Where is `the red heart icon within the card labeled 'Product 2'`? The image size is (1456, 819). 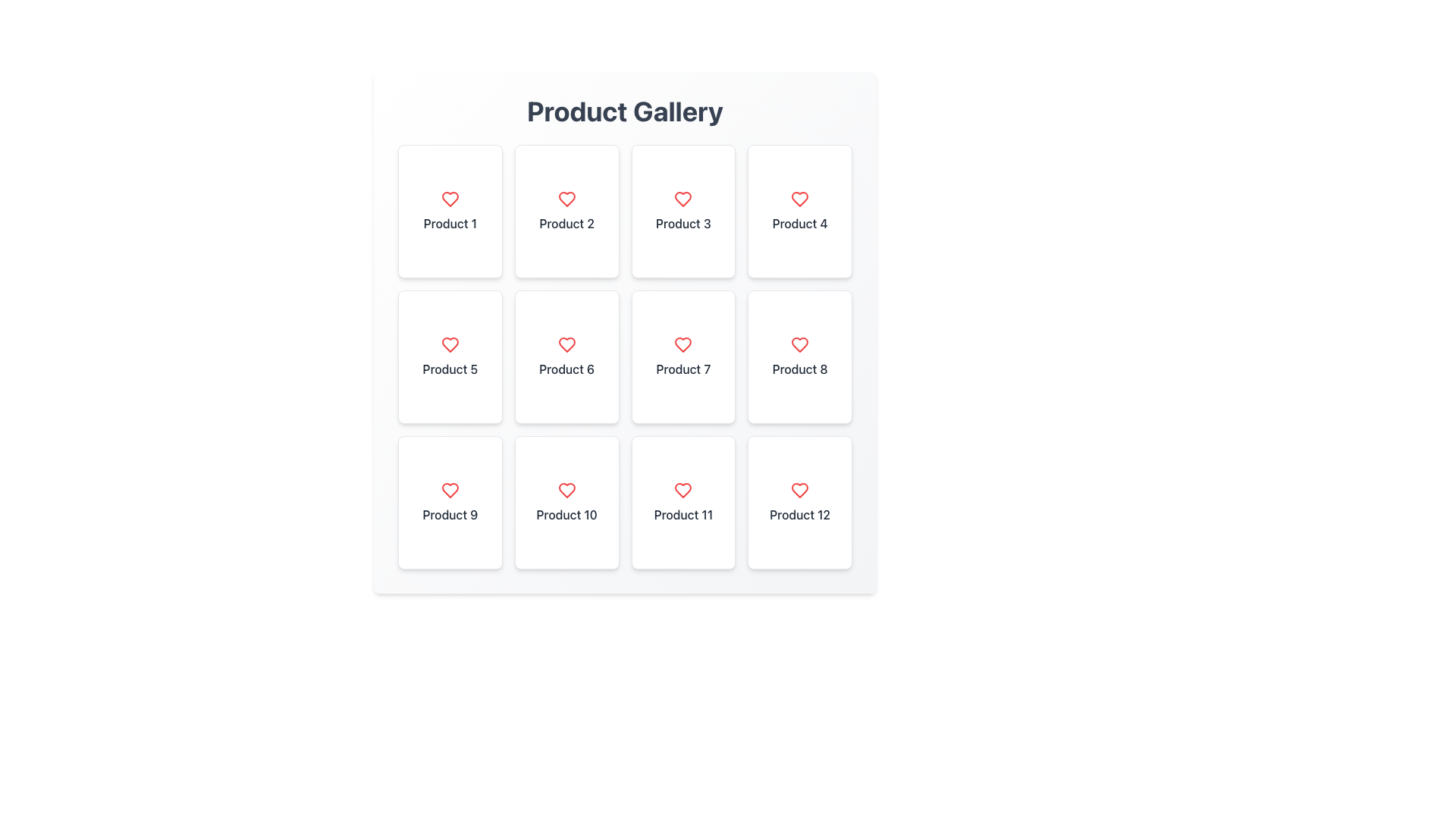 the red heart icon within the card labeled 'Product 2' is located at coordinates (566, 198).